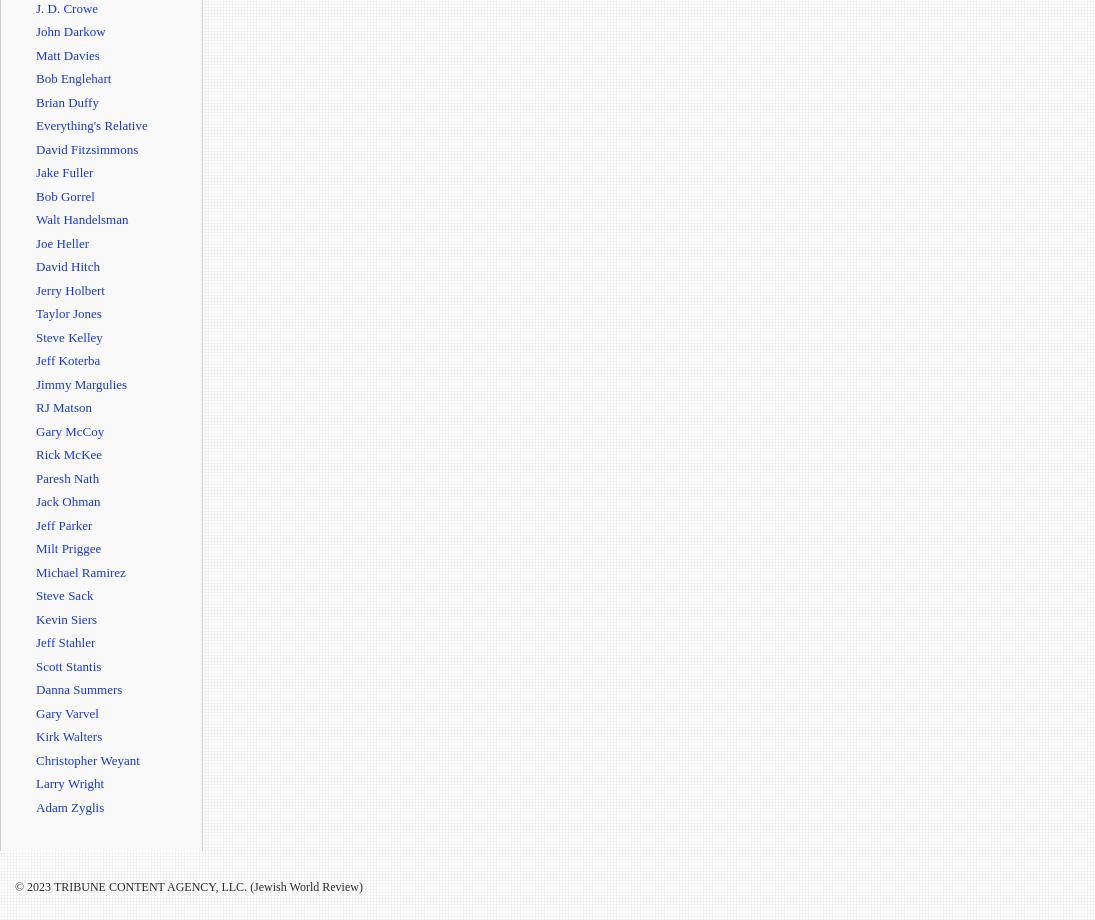  Describe the element at coordinates (66, 54) in the screenshot. I see `'Matt Davies'` at that location.